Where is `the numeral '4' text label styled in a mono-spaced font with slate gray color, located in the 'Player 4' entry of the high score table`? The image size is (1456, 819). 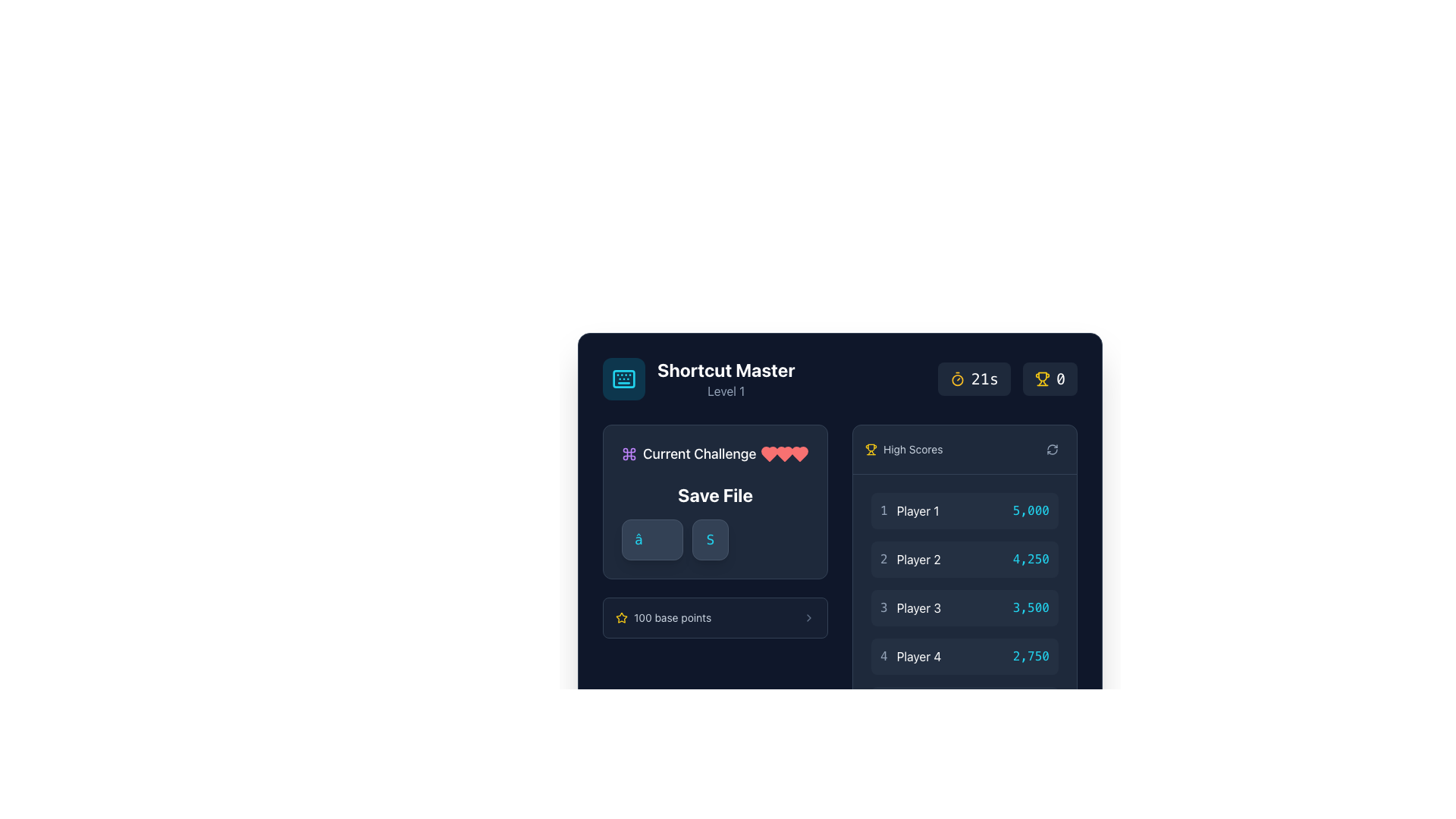 the numeral '4' text label styled in a mono-spaced font with slate gray color, located in the 'Player 4' entry of the high score table is located at coordinates (883, 656).